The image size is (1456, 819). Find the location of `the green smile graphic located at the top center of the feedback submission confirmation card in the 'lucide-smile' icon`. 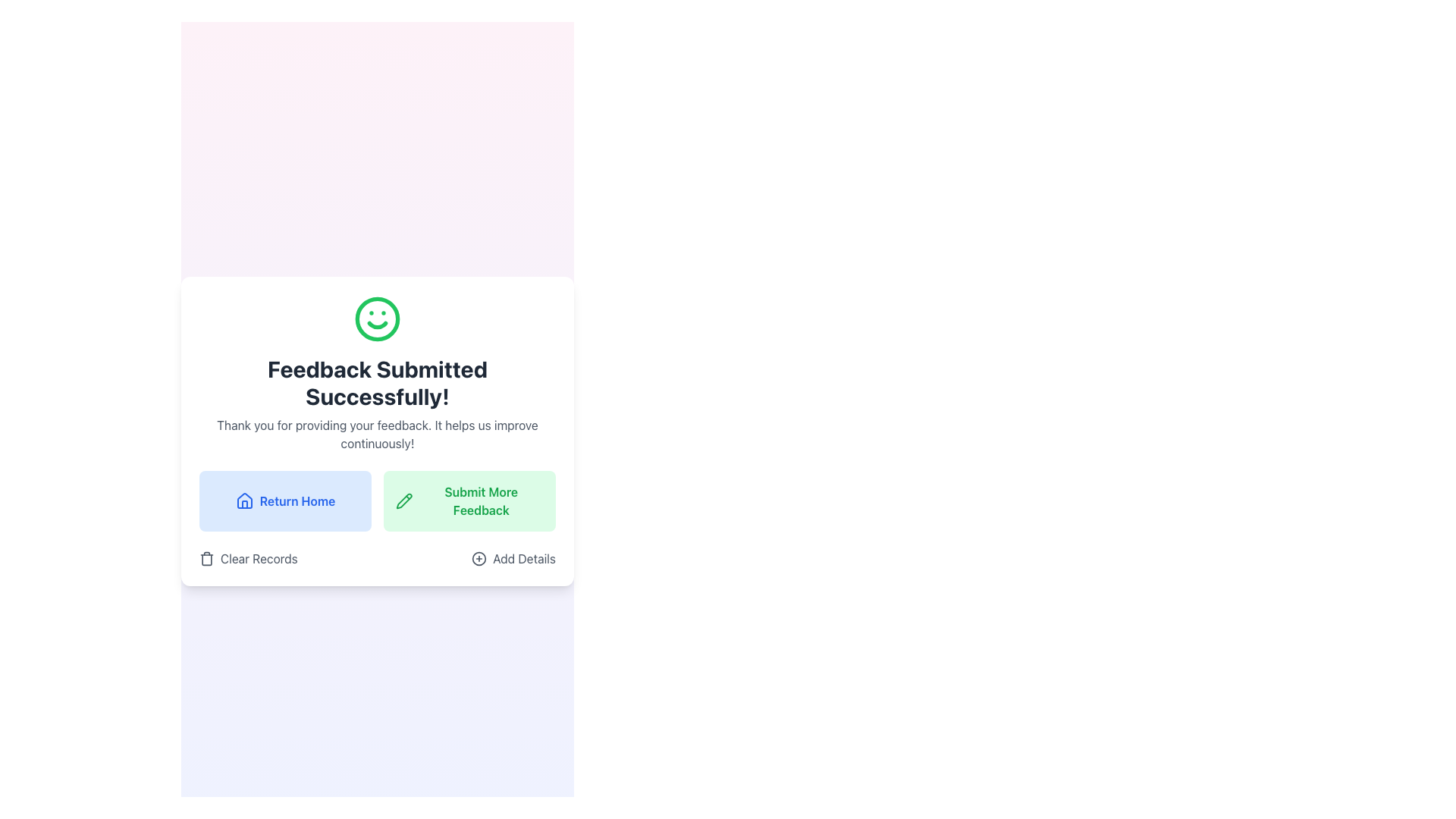

the green smile graphic located at the top center of the feedback submission confirmation card in the 'lucide-smile' icon is located at coordinates (378, 324).